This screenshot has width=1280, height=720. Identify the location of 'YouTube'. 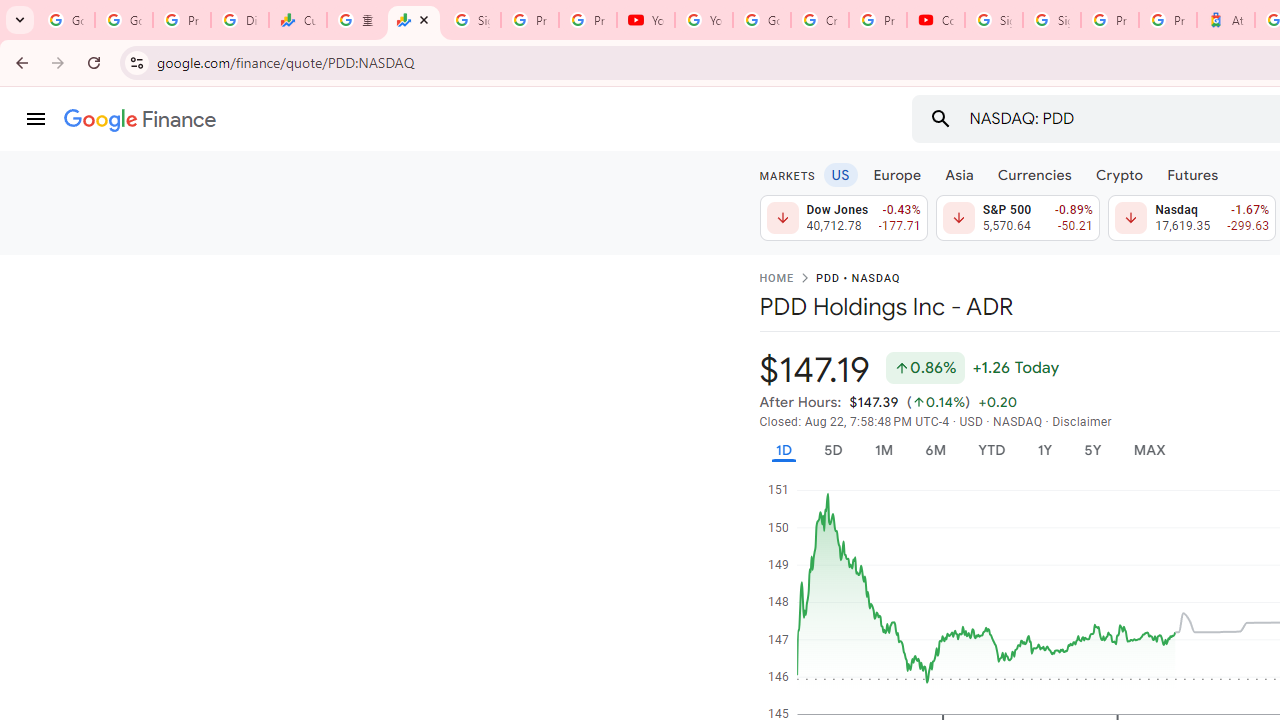
(704, 20).